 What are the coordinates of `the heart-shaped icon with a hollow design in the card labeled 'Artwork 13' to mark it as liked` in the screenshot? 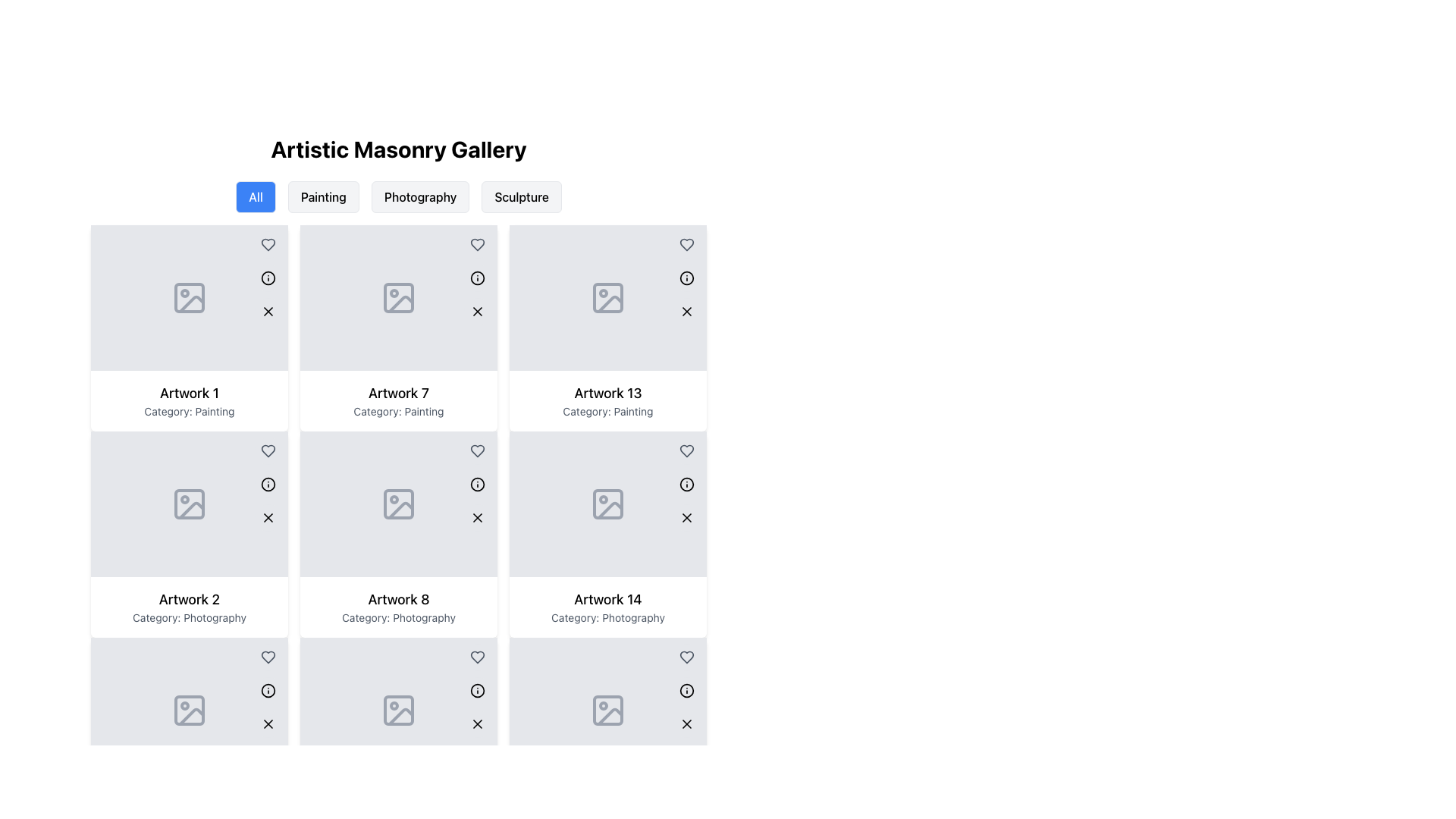 It's located at (686, 450).